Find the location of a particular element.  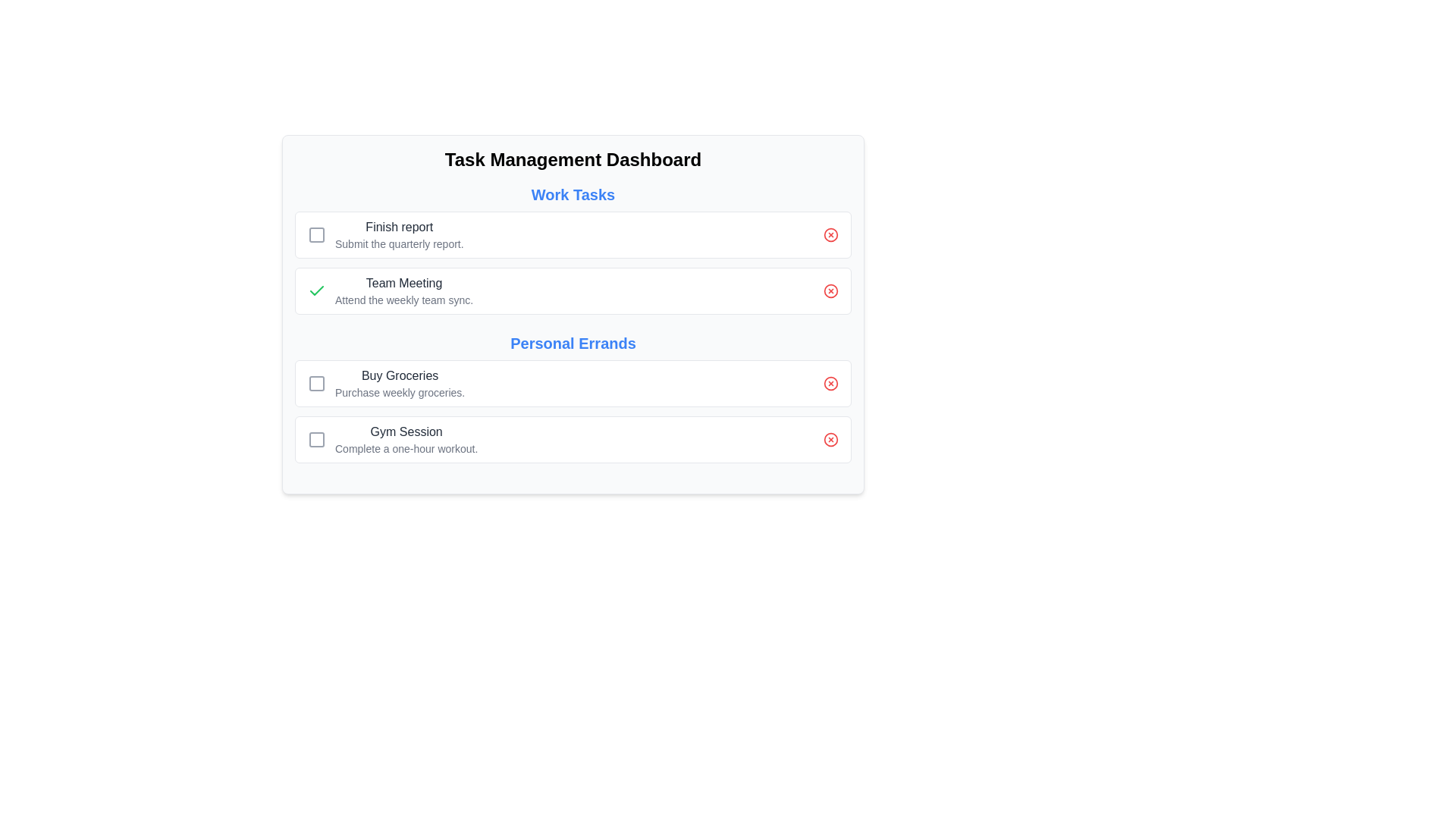

the green checkmark located to the left of the 'Team Meeting' task item to mark it as completed is located at coordinates (572, 291).